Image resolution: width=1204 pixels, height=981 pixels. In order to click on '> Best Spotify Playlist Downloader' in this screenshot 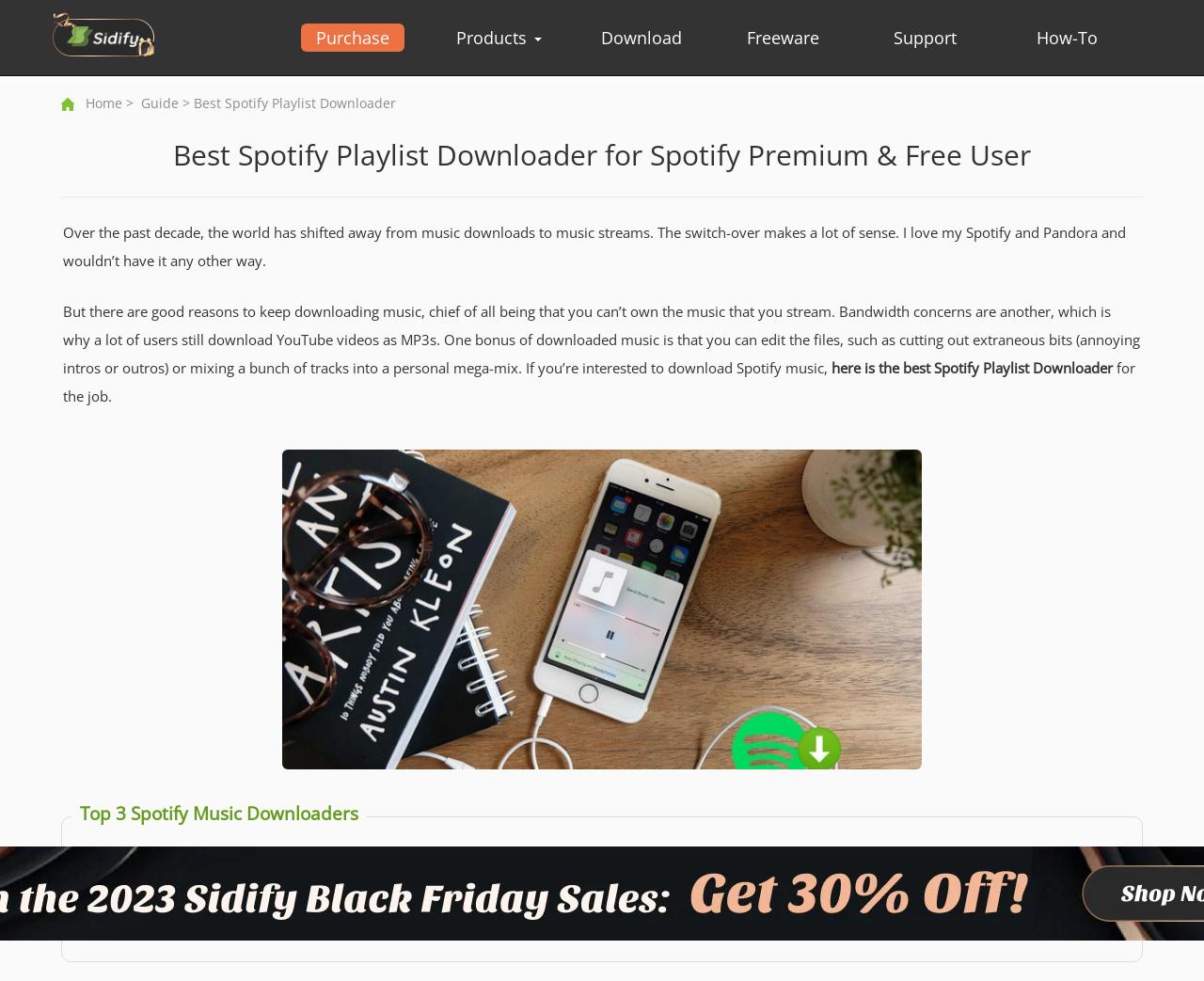, I will do `click(286, 103)`.